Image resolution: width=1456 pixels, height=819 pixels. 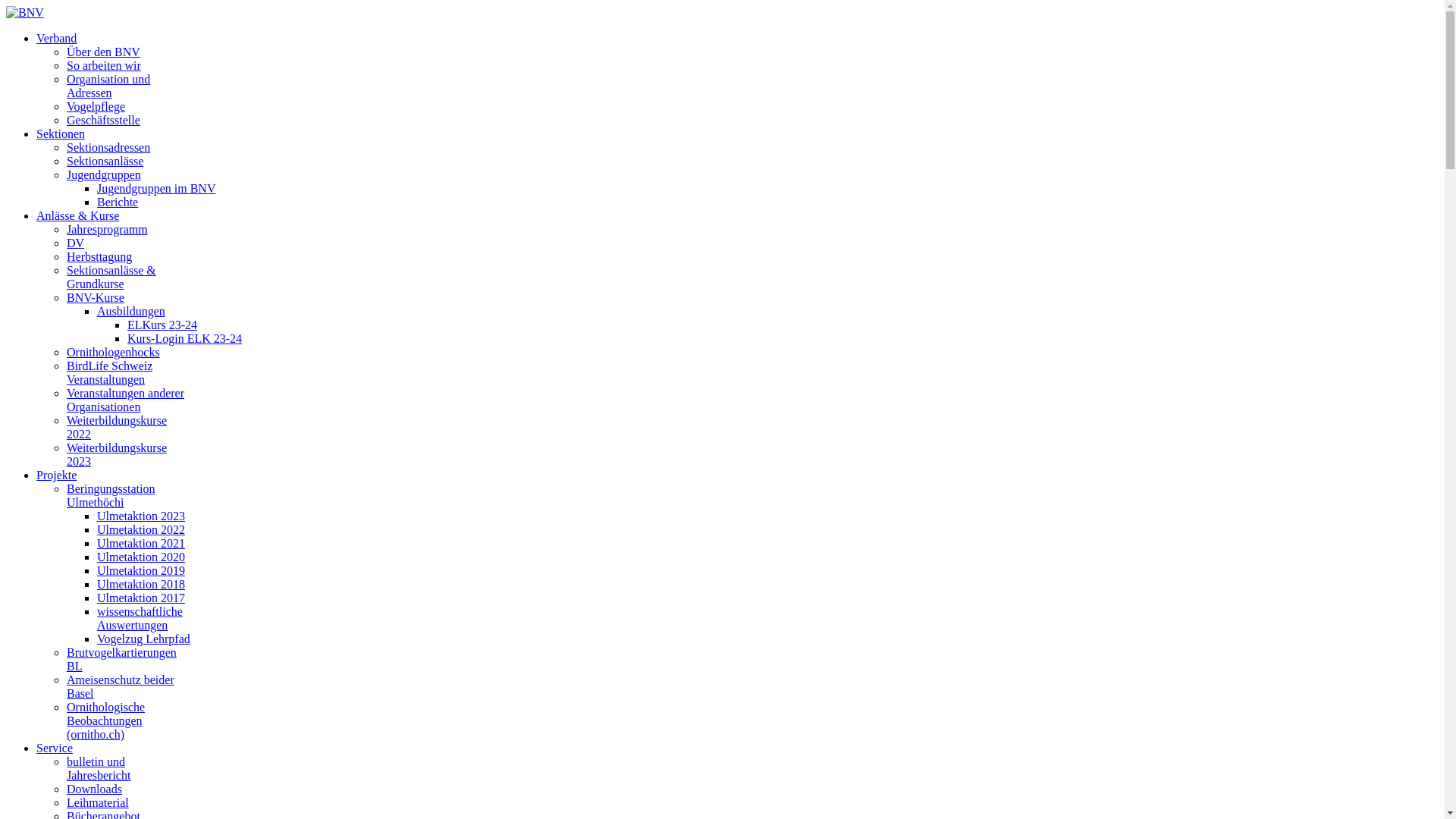 I want to click on 'Organisation und Adressen', so click(x=65, y=86).